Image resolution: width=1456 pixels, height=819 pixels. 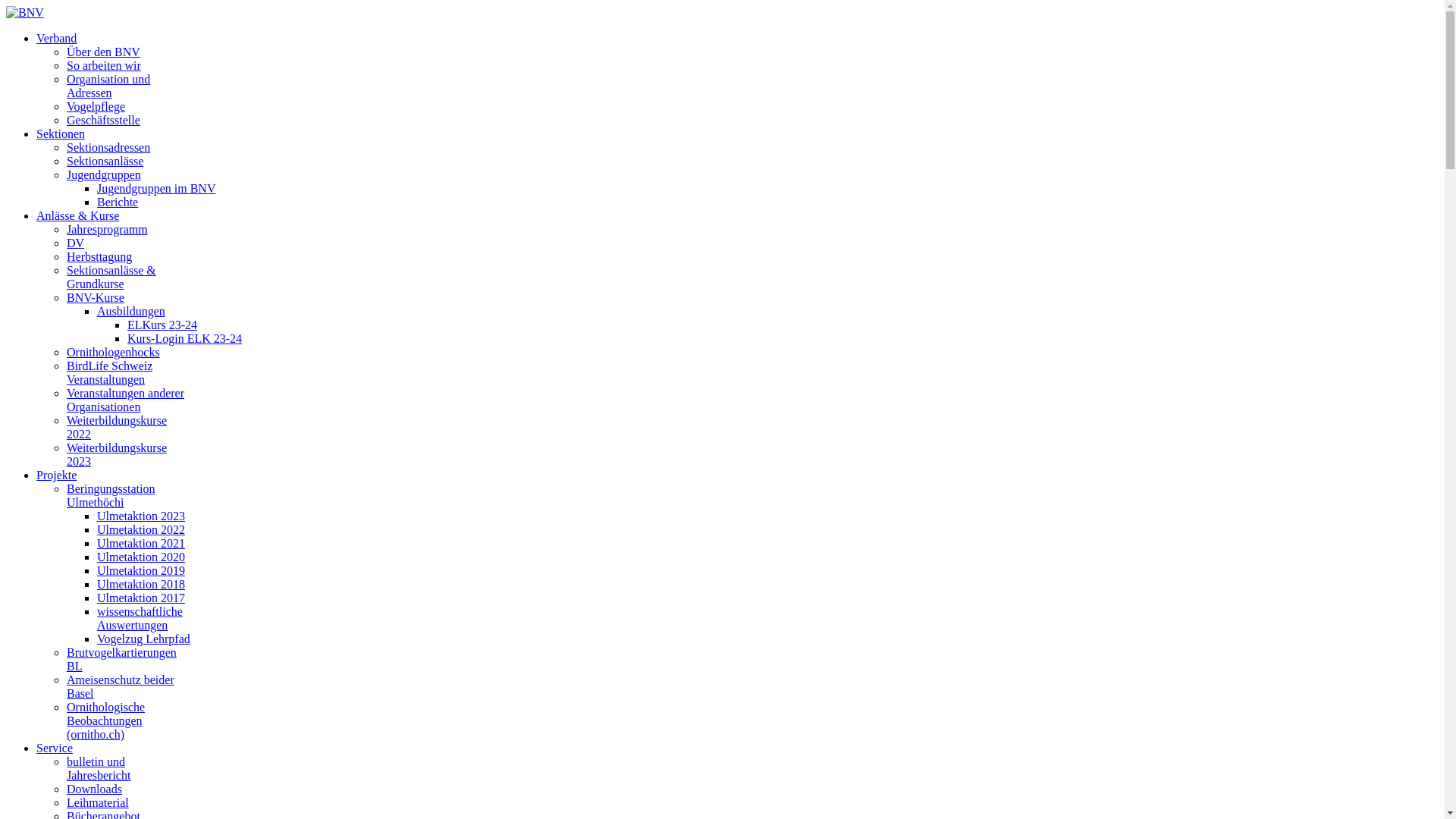 I want to click on 'Organisation und Adressen', so click(x=65, y=86).